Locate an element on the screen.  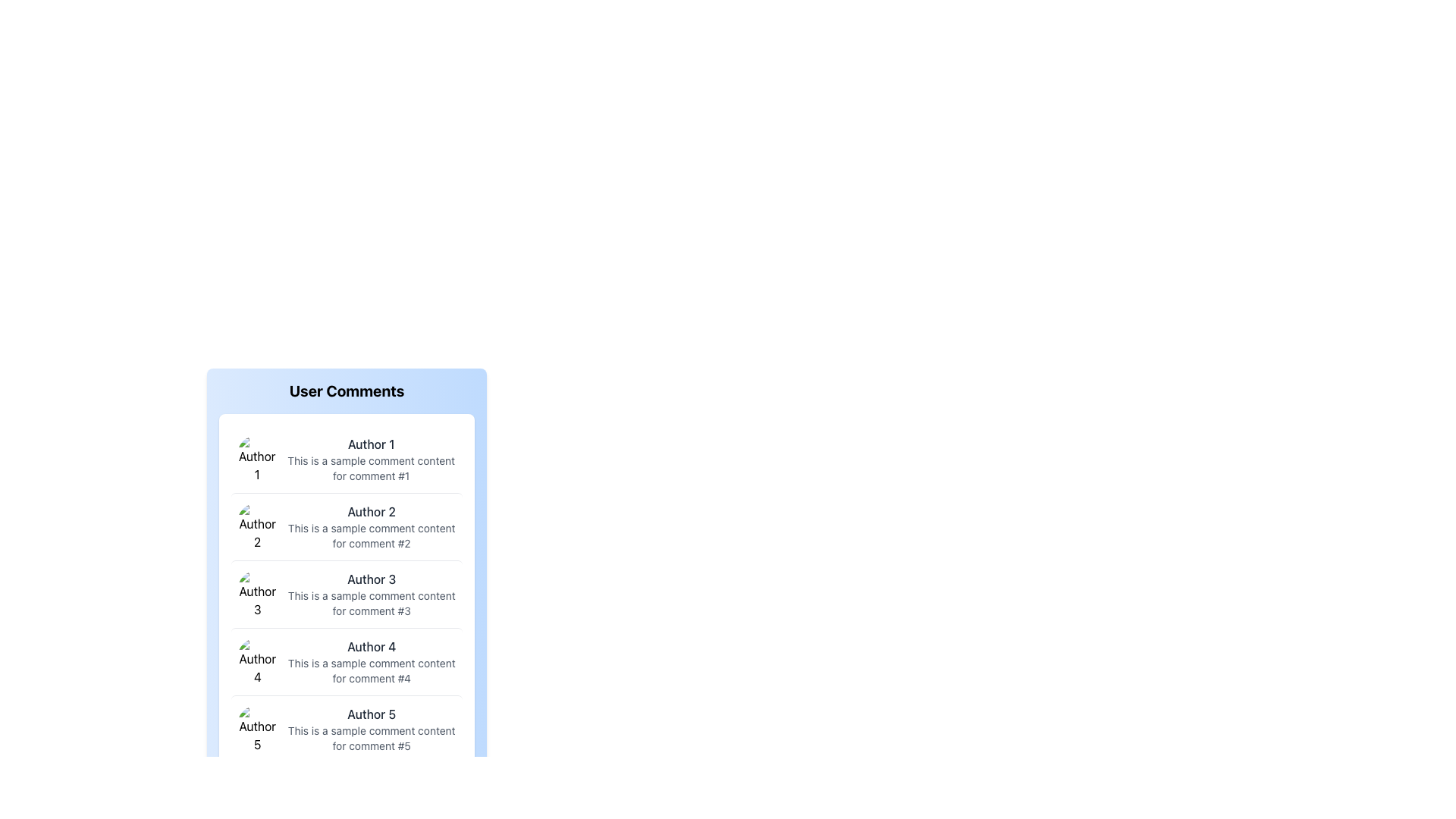
the circular profile picture placeholder for 'Author 2' in the comments list is located at coordinates (257, 526).